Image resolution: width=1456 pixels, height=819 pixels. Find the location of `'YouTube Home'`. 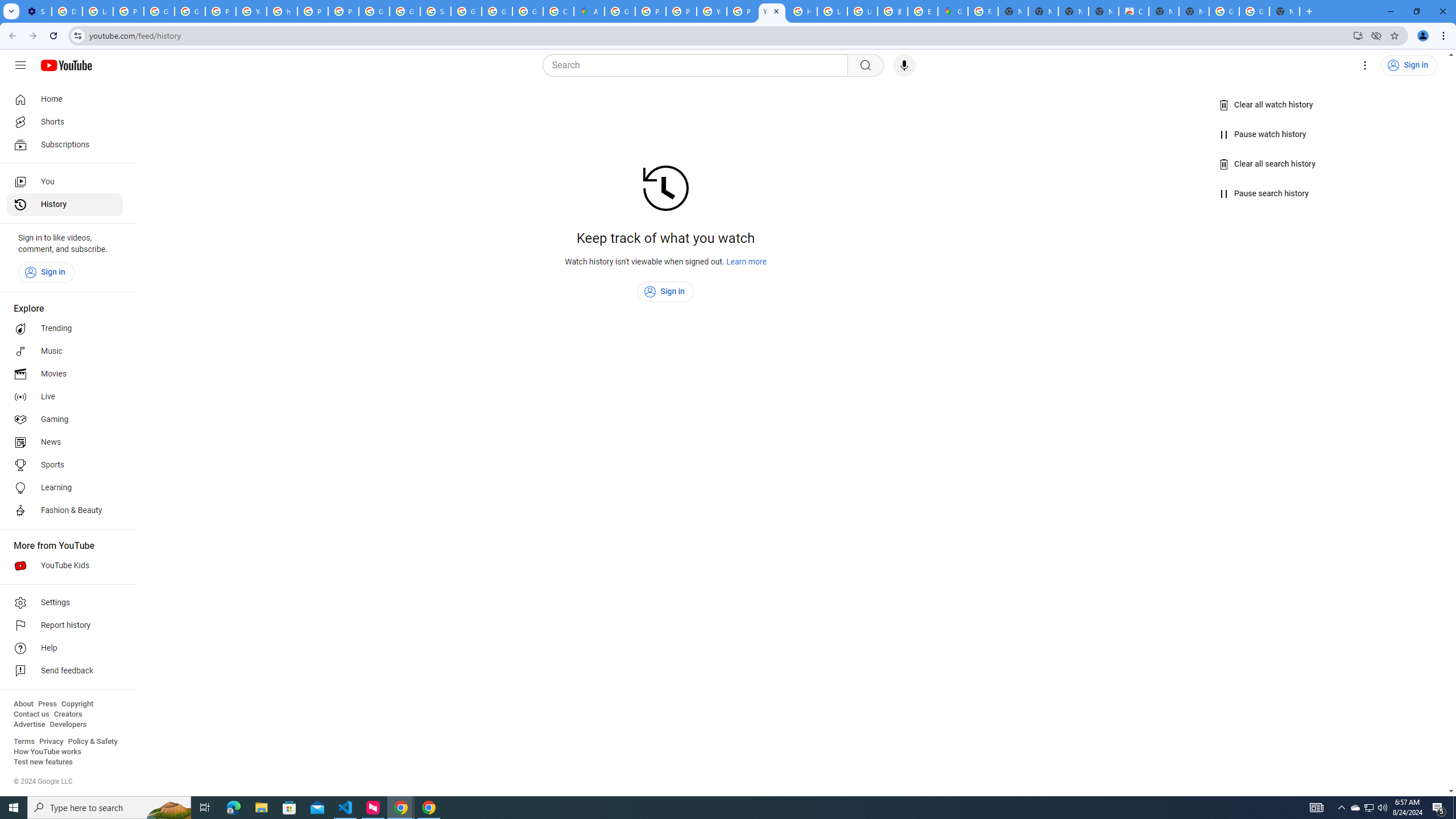

'YouTube Home' is located at coordinates (65, 65).